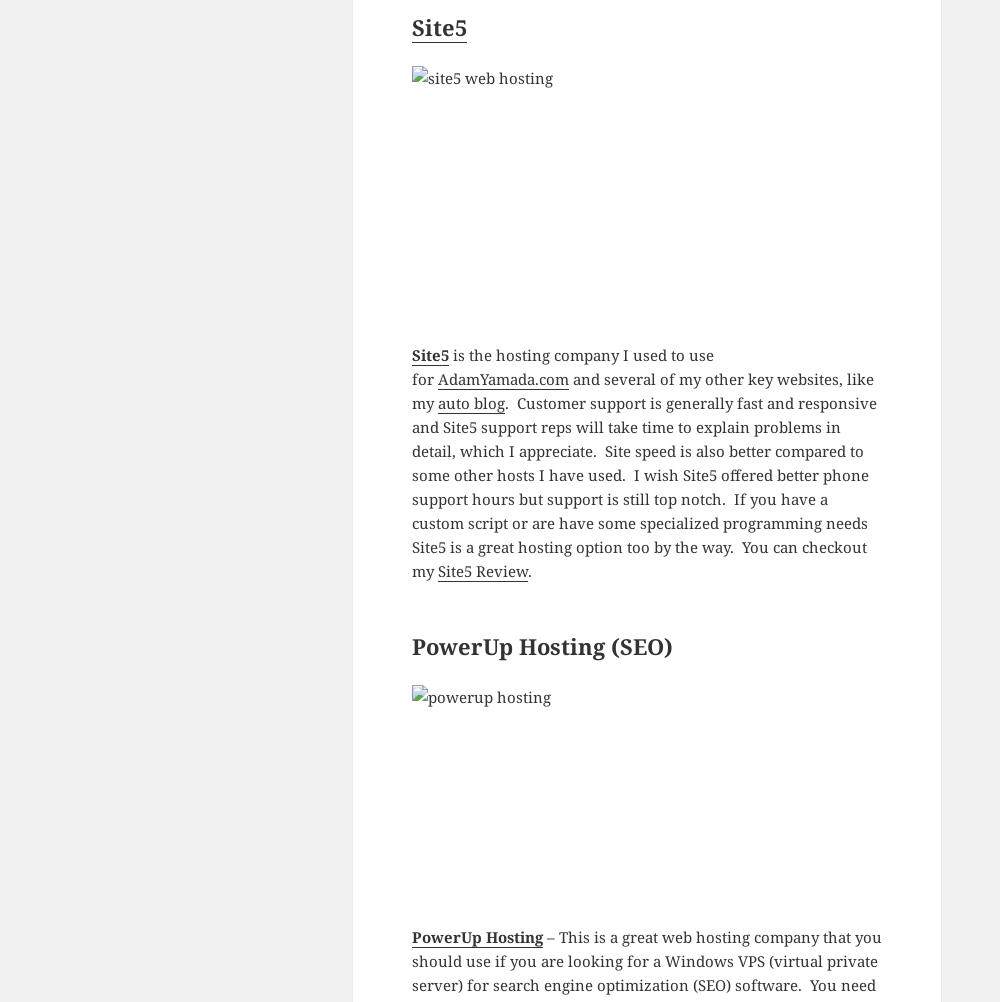 Image resolution: width=1000 pixels, height=1002 pixels. What do you see at coordinates (502, 378) in the screenshot?
I see `'AdamYamada.com'` at bounding box center [502, 378].